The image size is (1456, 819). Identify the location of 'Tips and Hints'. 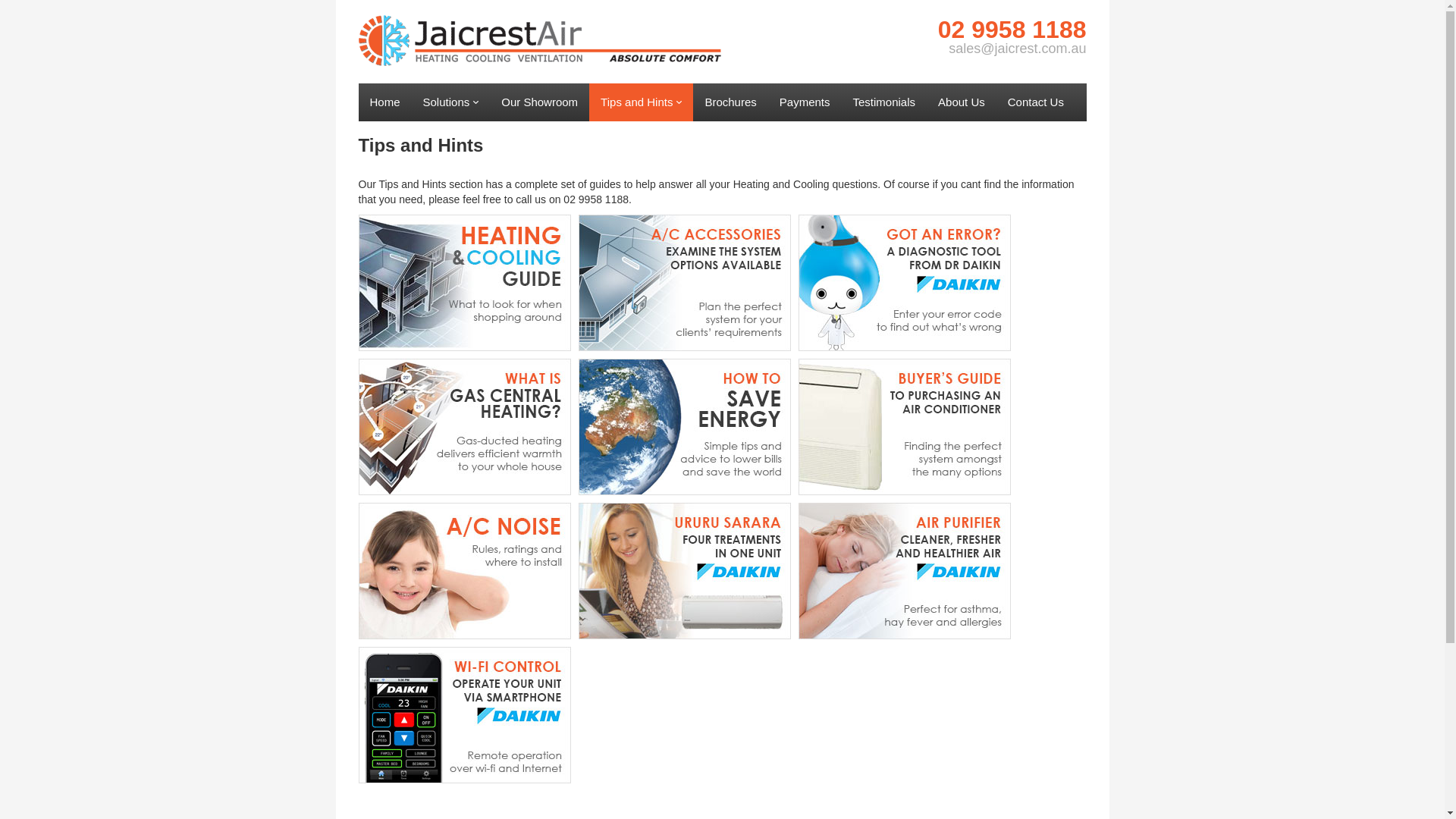
(641, 102).